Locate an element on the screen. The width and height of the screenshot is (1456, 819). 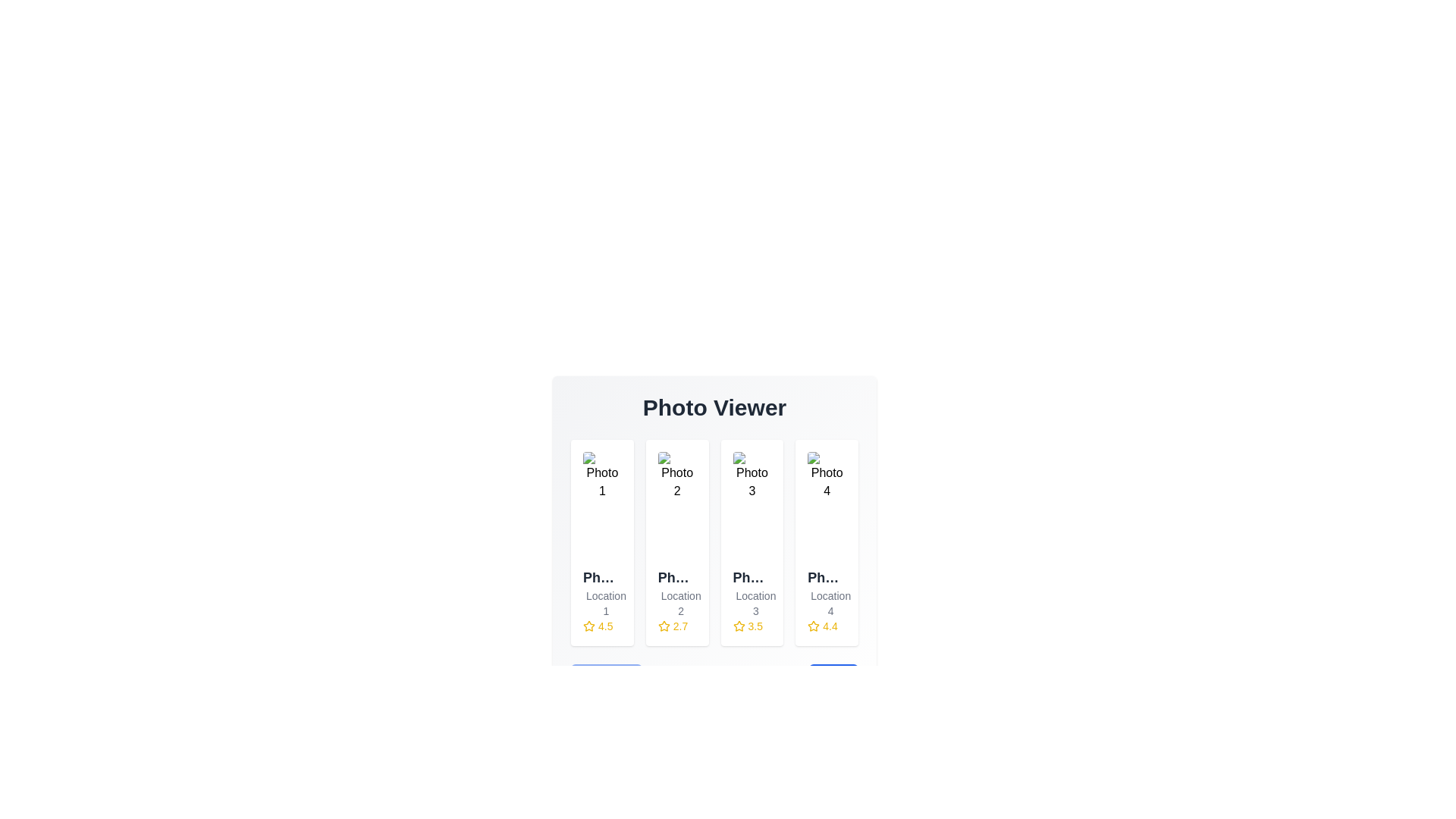
the star icon representing the average user rating for 'Photo 2' in the 'Photo Viewer' layout, located in the second column adjacent to the numeric rating value is located at coordinates (664, 626).